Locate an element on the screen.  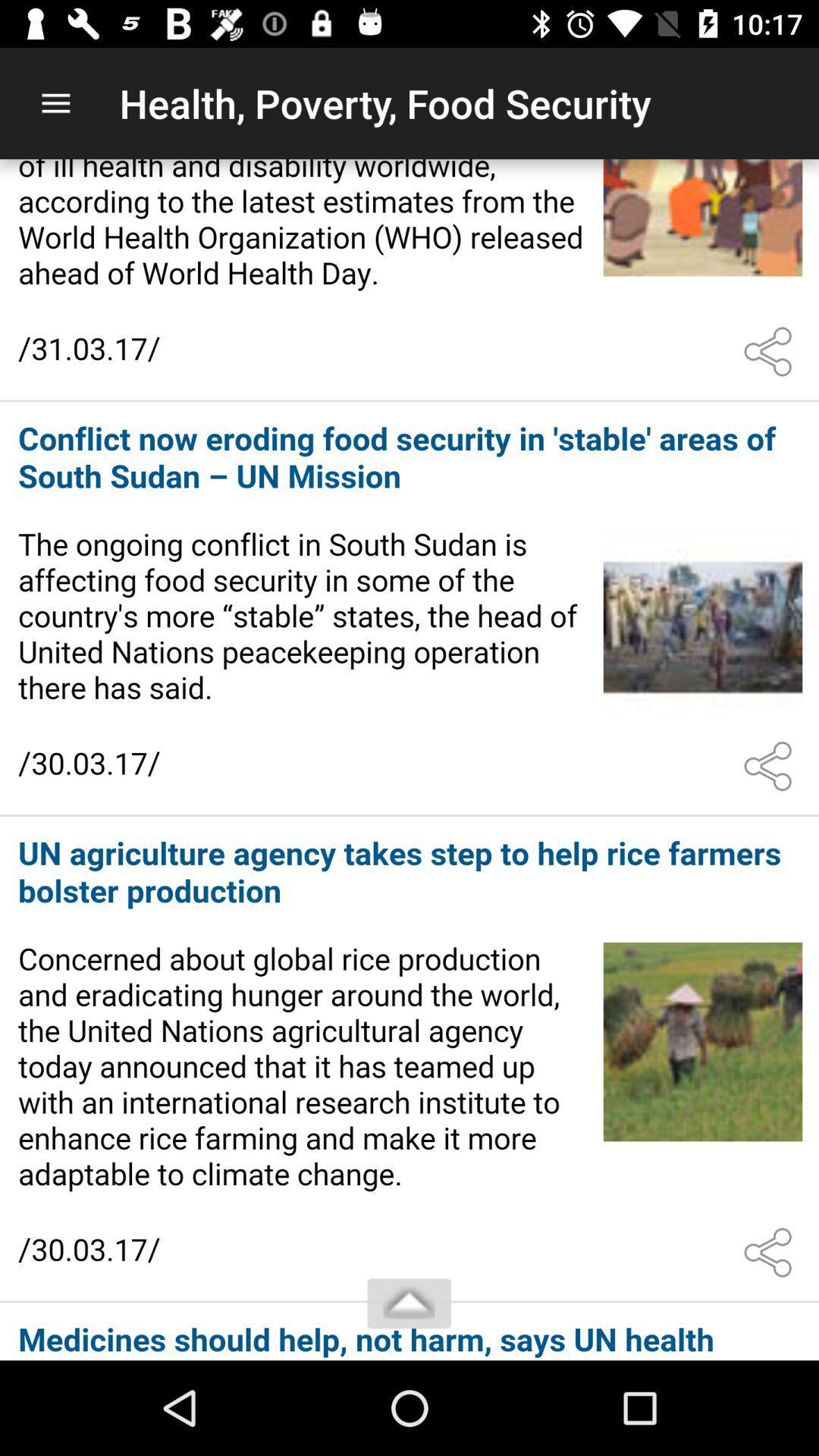
share article is located at coordinates (771, 767).